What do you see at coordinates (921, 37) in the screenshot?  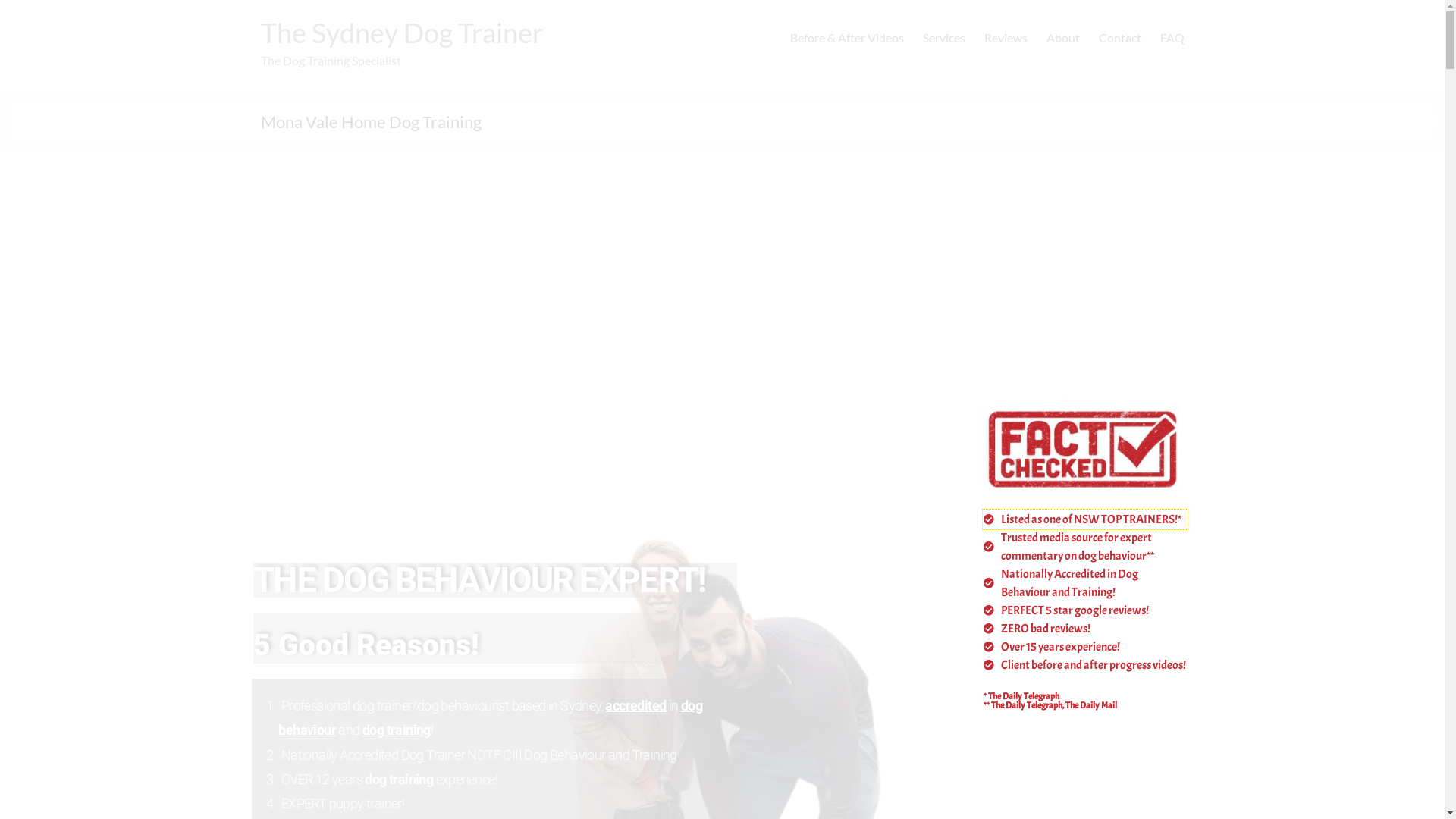 I see `'Services'` at bounding box center [921, 37].